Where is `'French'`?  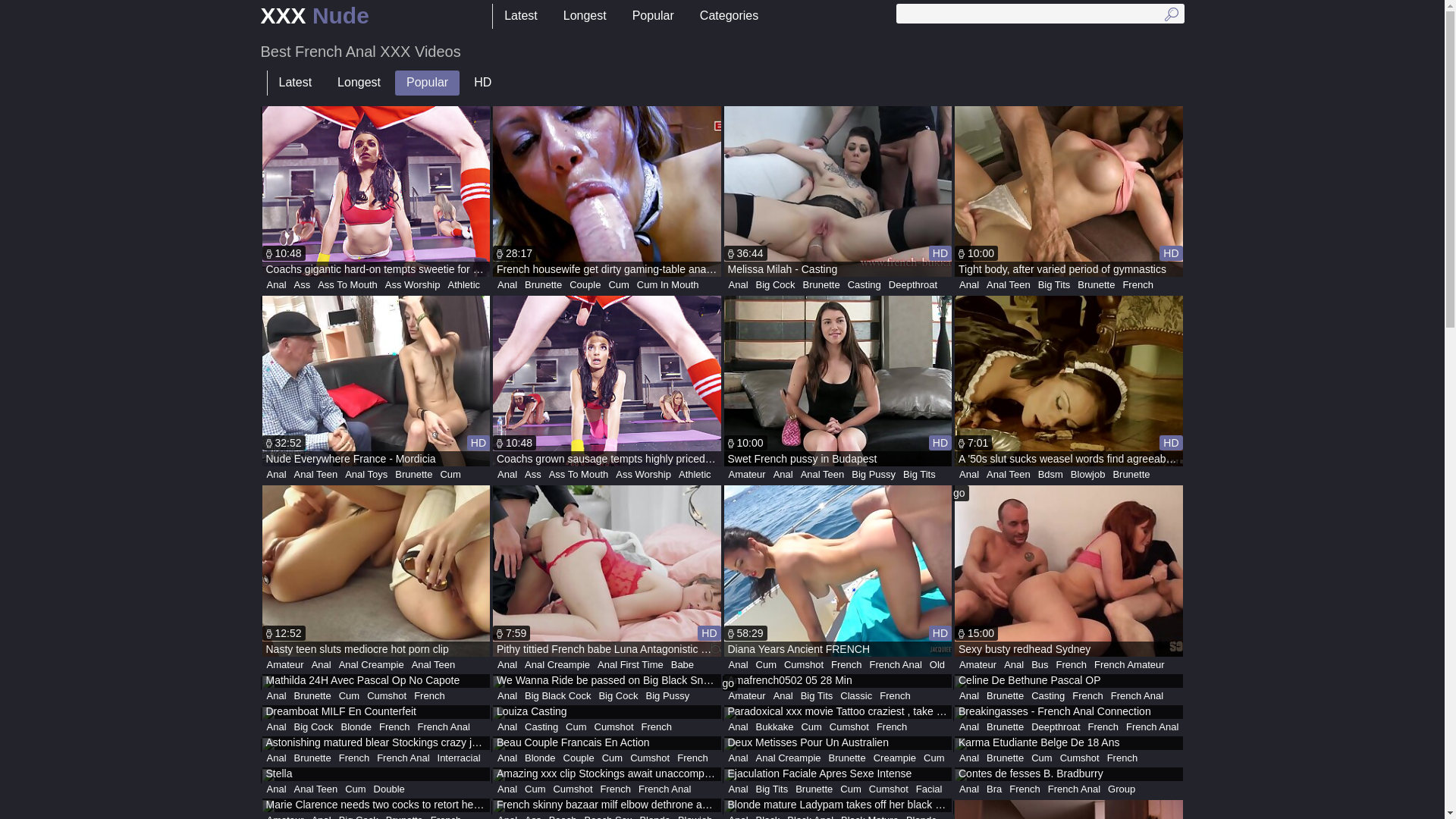 'French' is located at coordinates (375, 726).